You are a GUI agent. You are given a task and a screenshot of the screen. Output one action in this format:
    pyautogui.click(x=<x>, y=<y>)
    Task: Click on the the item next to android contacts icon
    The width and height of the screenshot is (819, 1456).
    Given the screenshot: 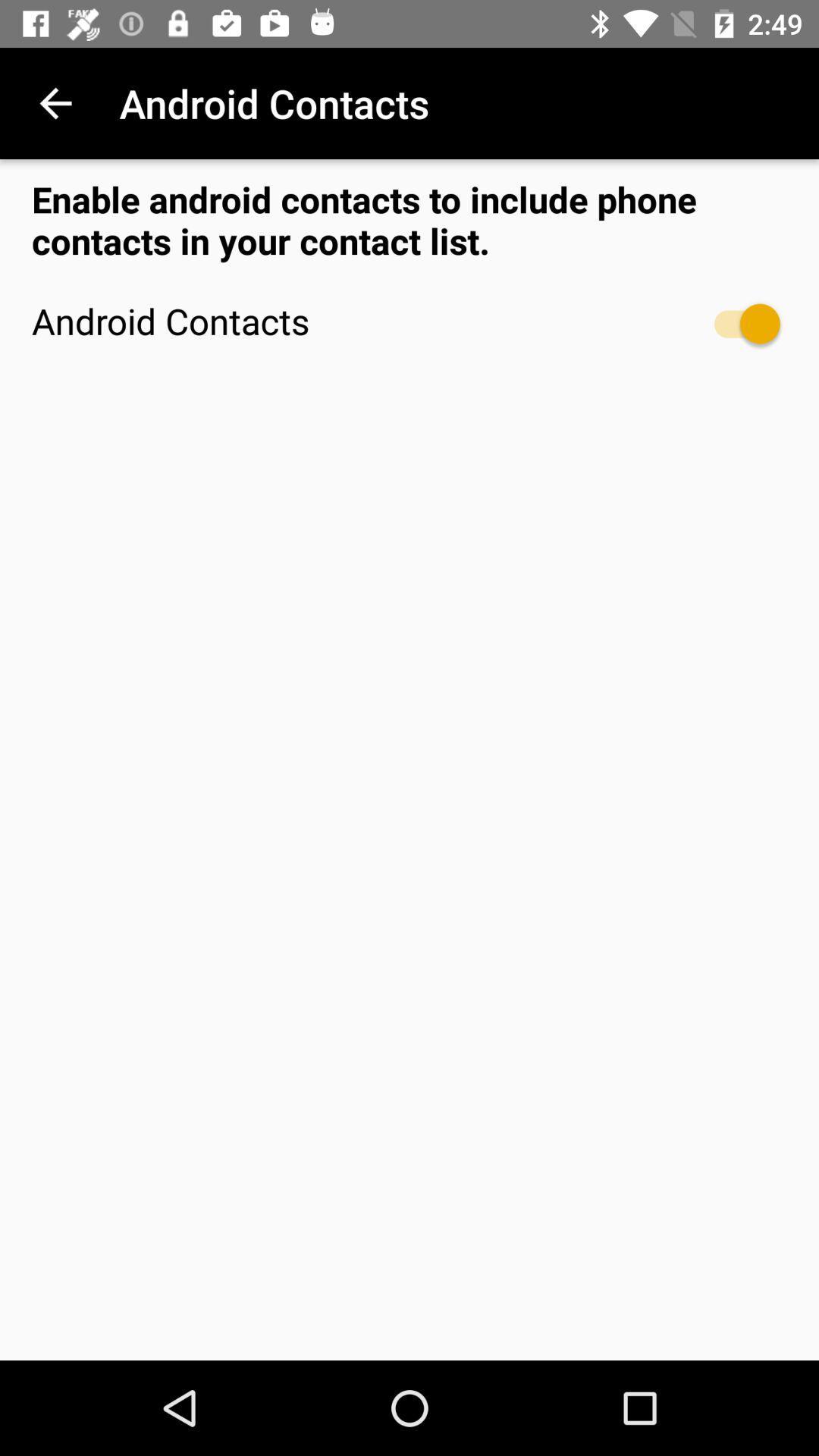 What is the action you would take?
    pyautogui.click(x=55, y=102)
    